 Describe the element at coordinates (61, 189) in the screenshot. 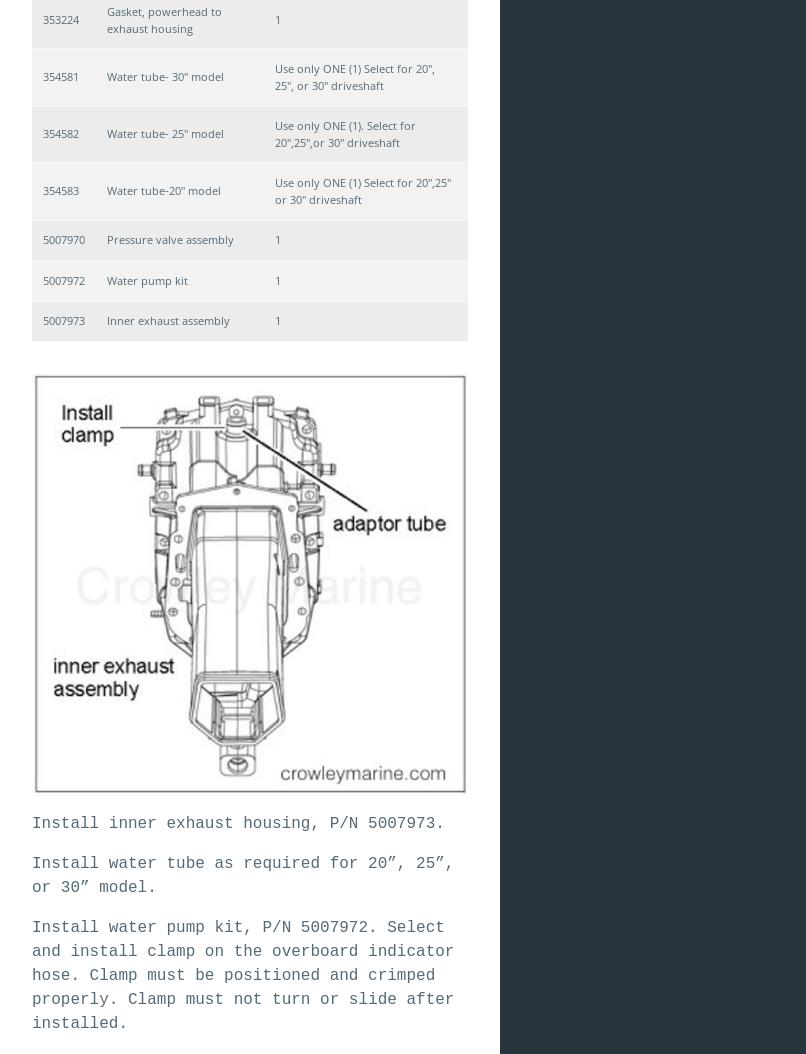

I see `'354583'` at that location.